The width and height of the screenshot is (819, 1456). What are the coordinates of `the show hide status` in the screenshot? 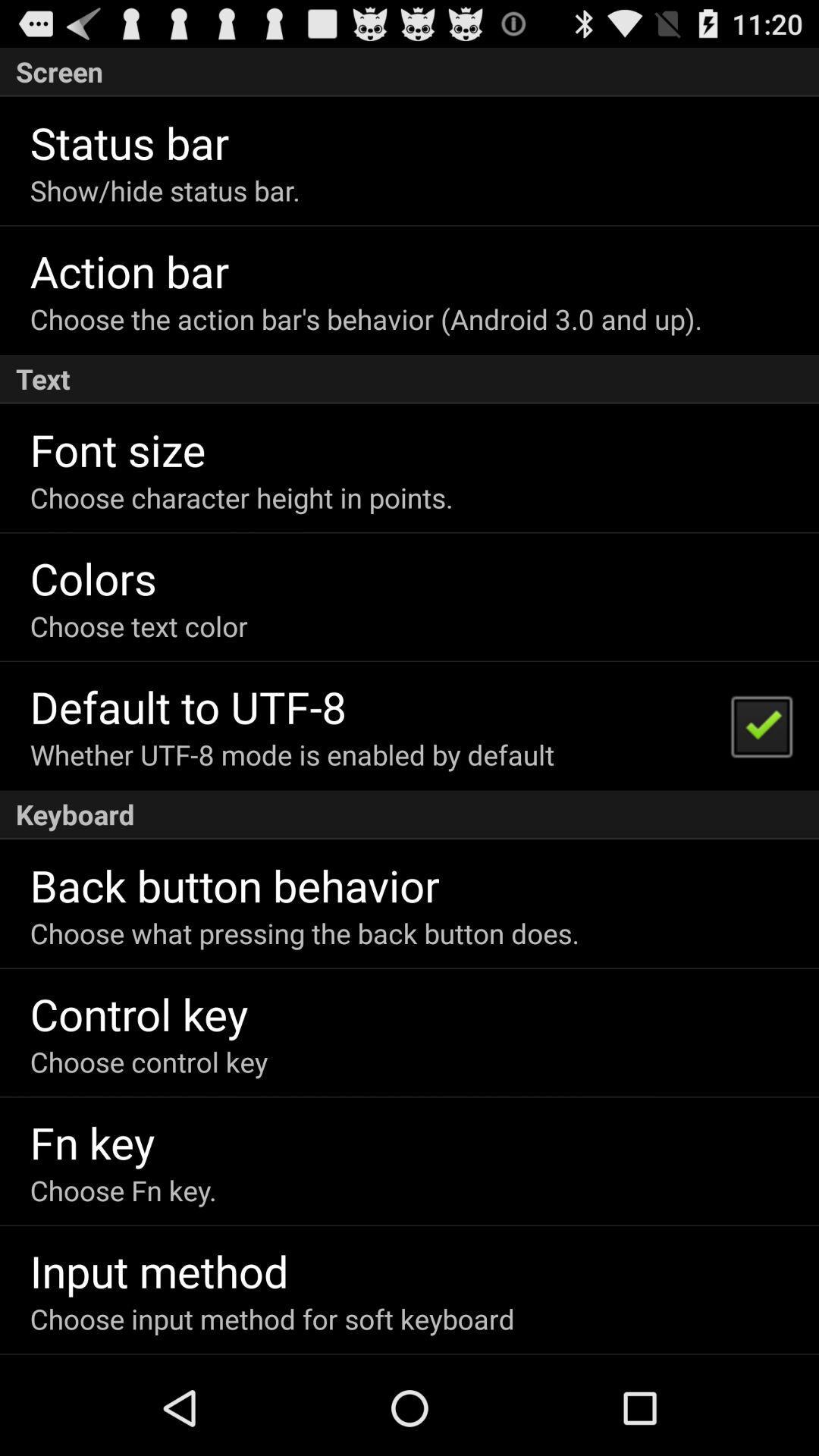 It's located at (165, 190).